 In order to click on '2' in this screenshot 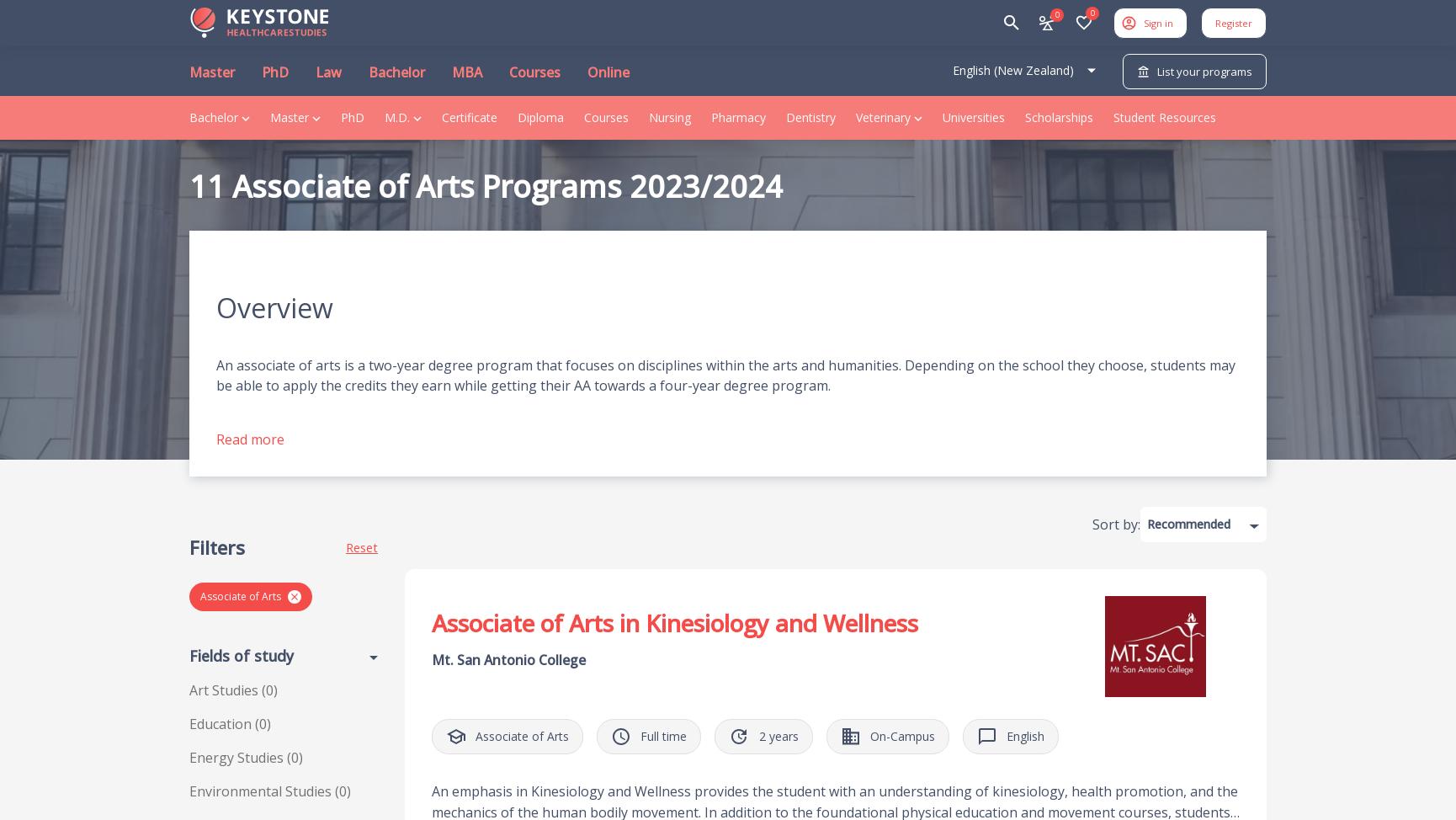, I will do `click(761, 735)`.